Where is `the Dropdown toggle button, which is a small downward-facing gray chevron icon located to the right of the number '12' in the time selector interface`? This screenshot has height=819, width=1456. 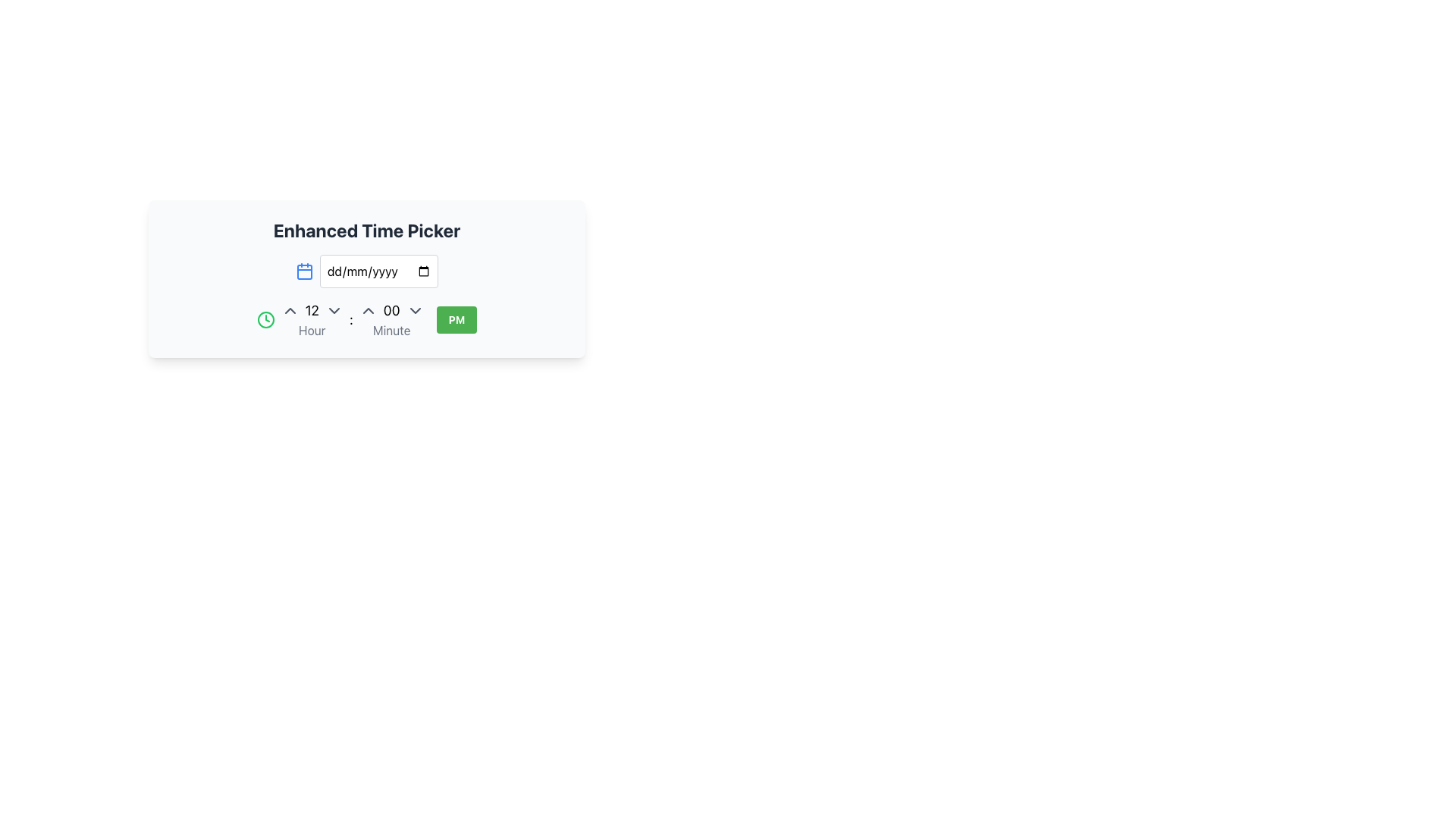 the Dropdown toggle button, which is a small downward-facing gray chevron icon located to the right of the number '12' in the time selector interface is located at coordinates (333, 309).